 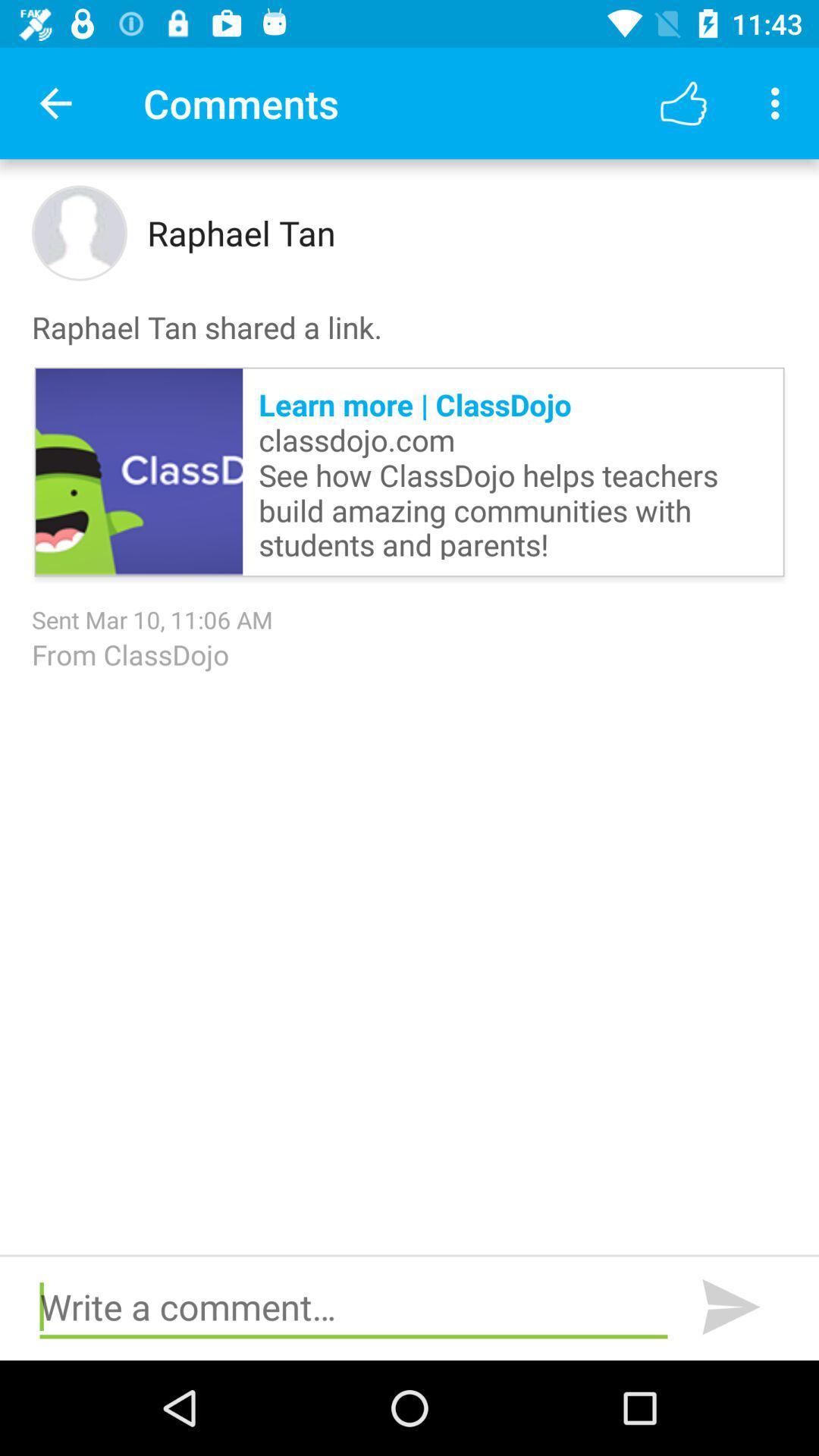 What do you see at coordinates (512, 471) in the screenshot?
I see `learn more classdojo item` at bounding box center [512, 471].